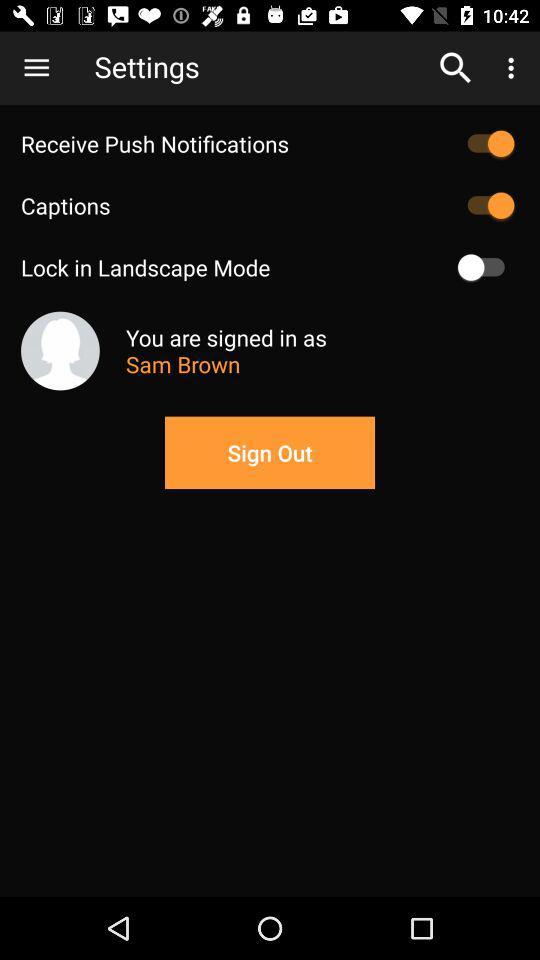  Describe the element at coordinates (485, 206) in the screenshot. I see `the slider which is beside captions` at that location.